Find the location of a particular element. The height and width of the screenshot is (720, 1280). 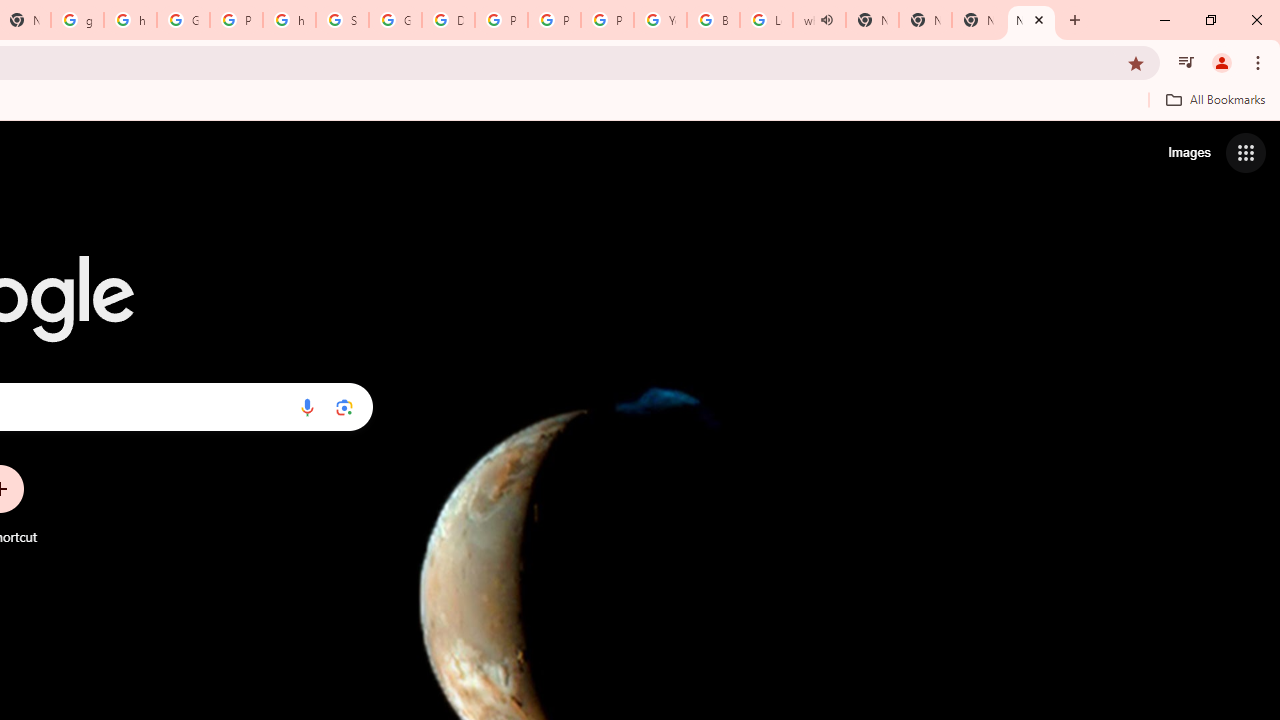

'Privacy Help Center - Policies Help' is located at coordinates (554, 20).